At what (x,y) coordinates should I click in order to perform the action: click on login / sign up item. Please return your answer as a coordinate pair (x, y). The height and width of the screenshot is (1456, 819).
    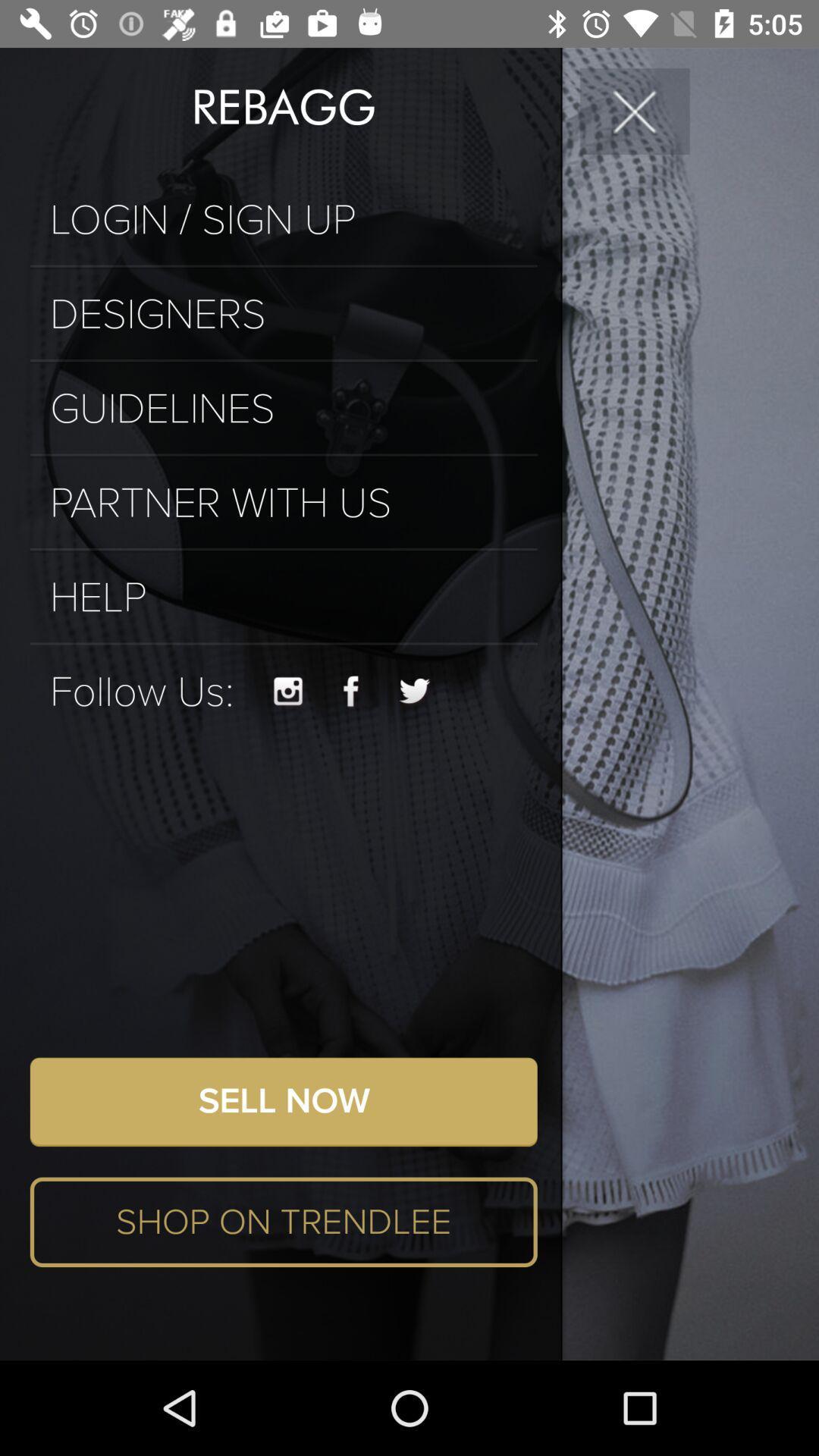
    Looking at the image, I should click on (284, 219).